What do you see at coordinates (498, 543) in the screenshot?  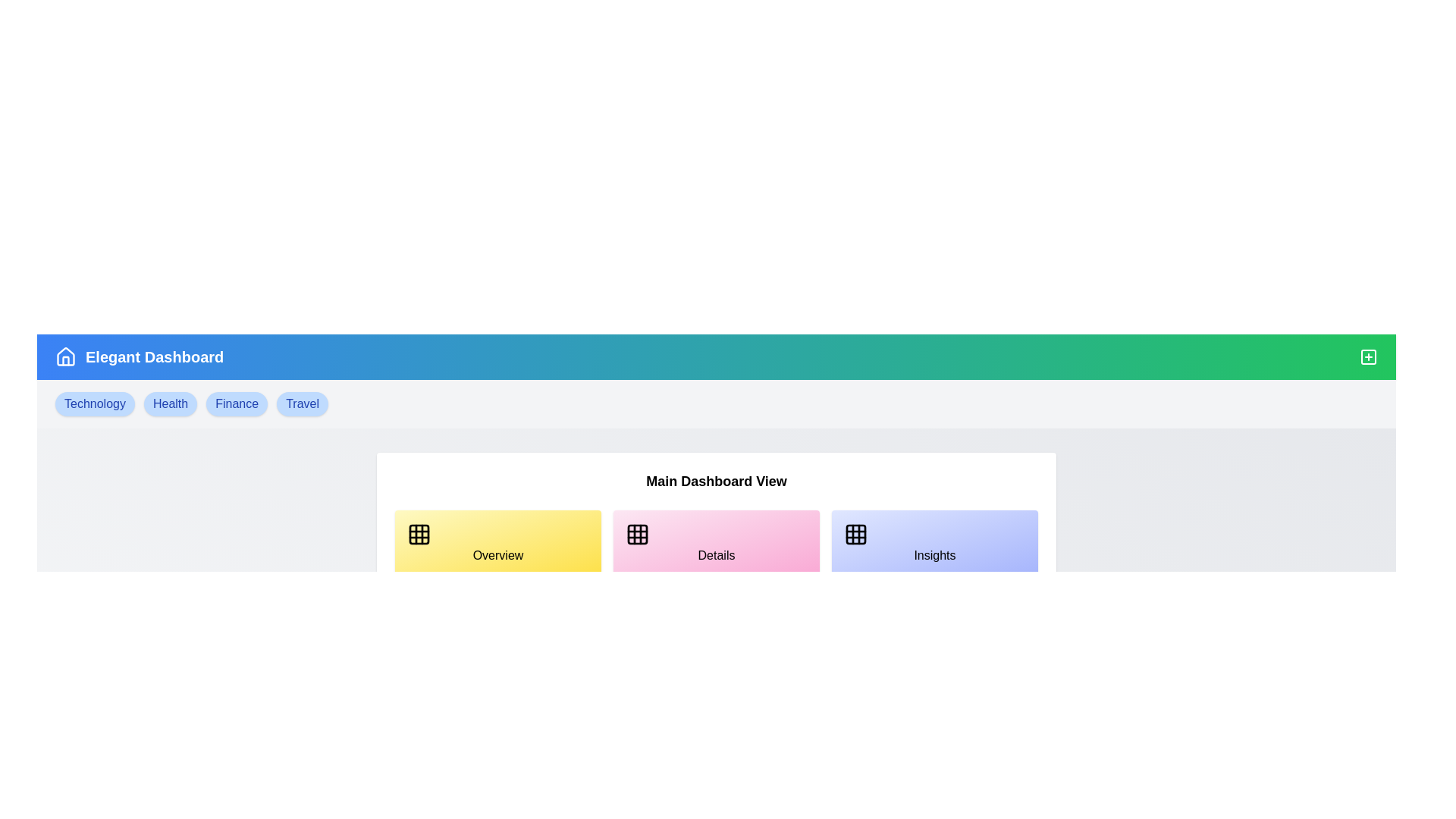 I see `the Overview card to explore its content` at bounding box center [498, 543].